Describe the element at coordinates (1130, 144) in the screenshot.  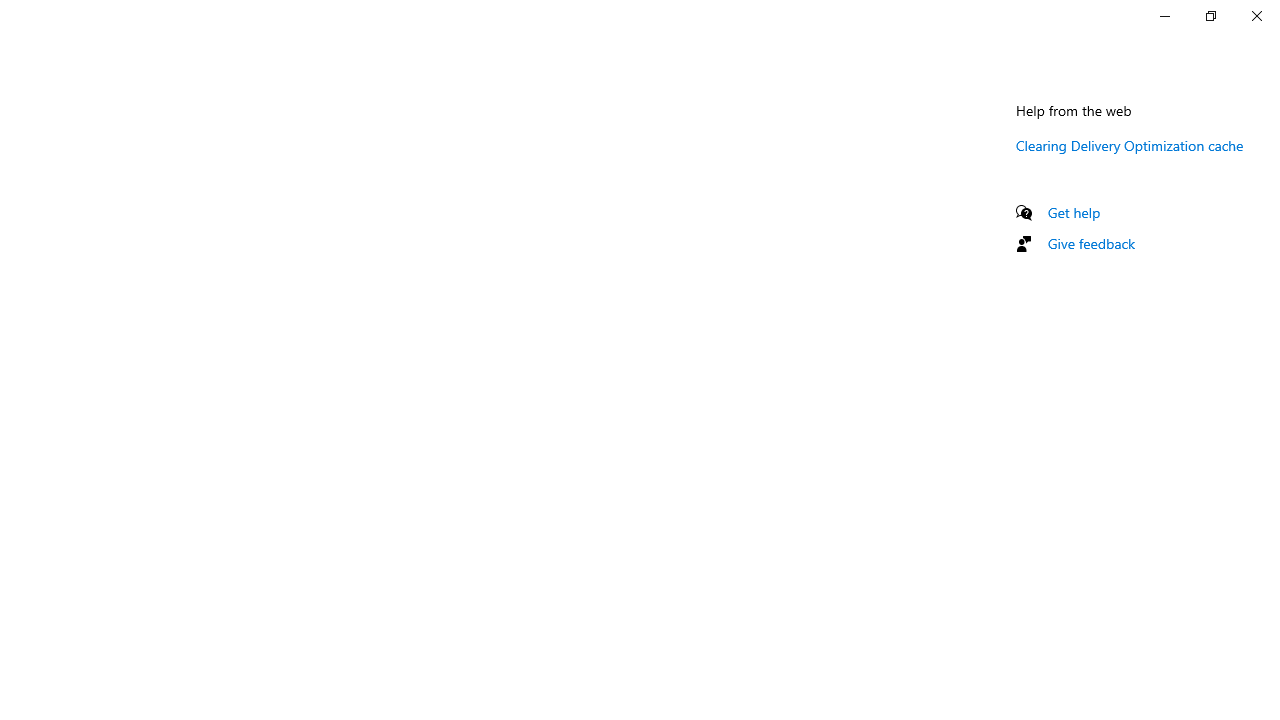
I see `'Clearing Delivery Optimization cache'` at that location.